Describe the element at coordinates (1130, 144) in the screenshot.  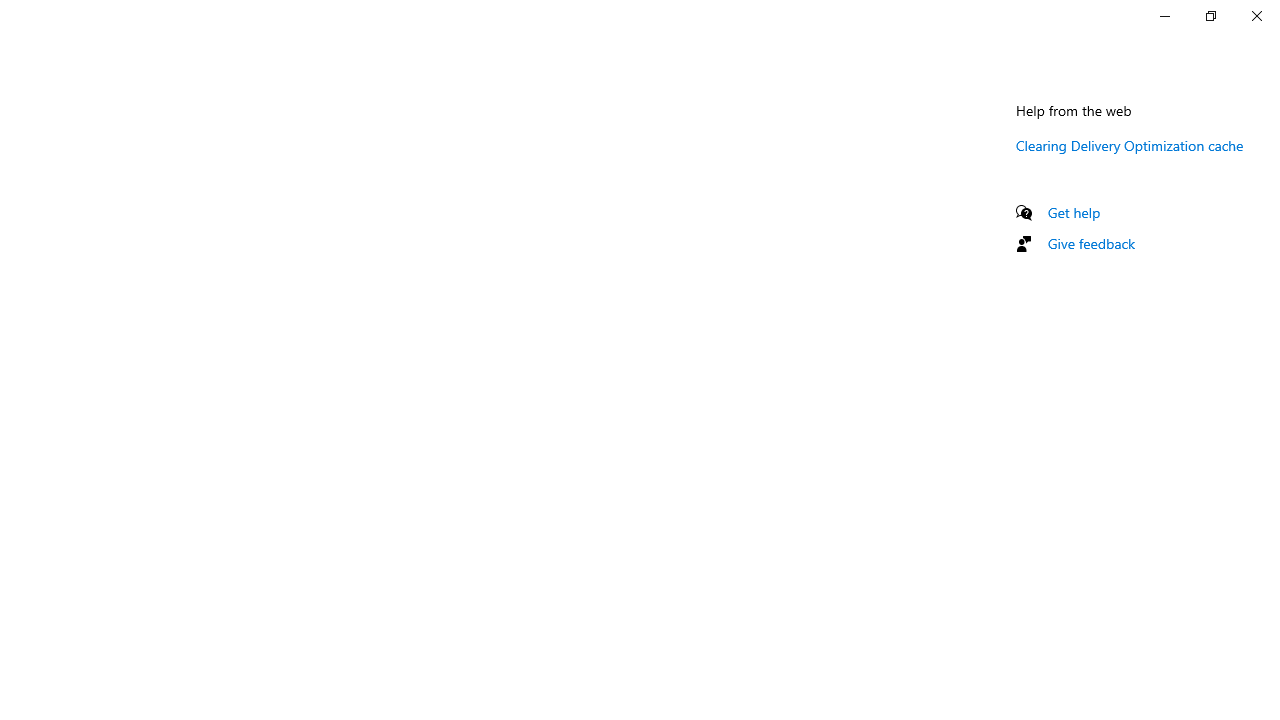
I see `'Clearing Delivery Optimization cache'` at that location.